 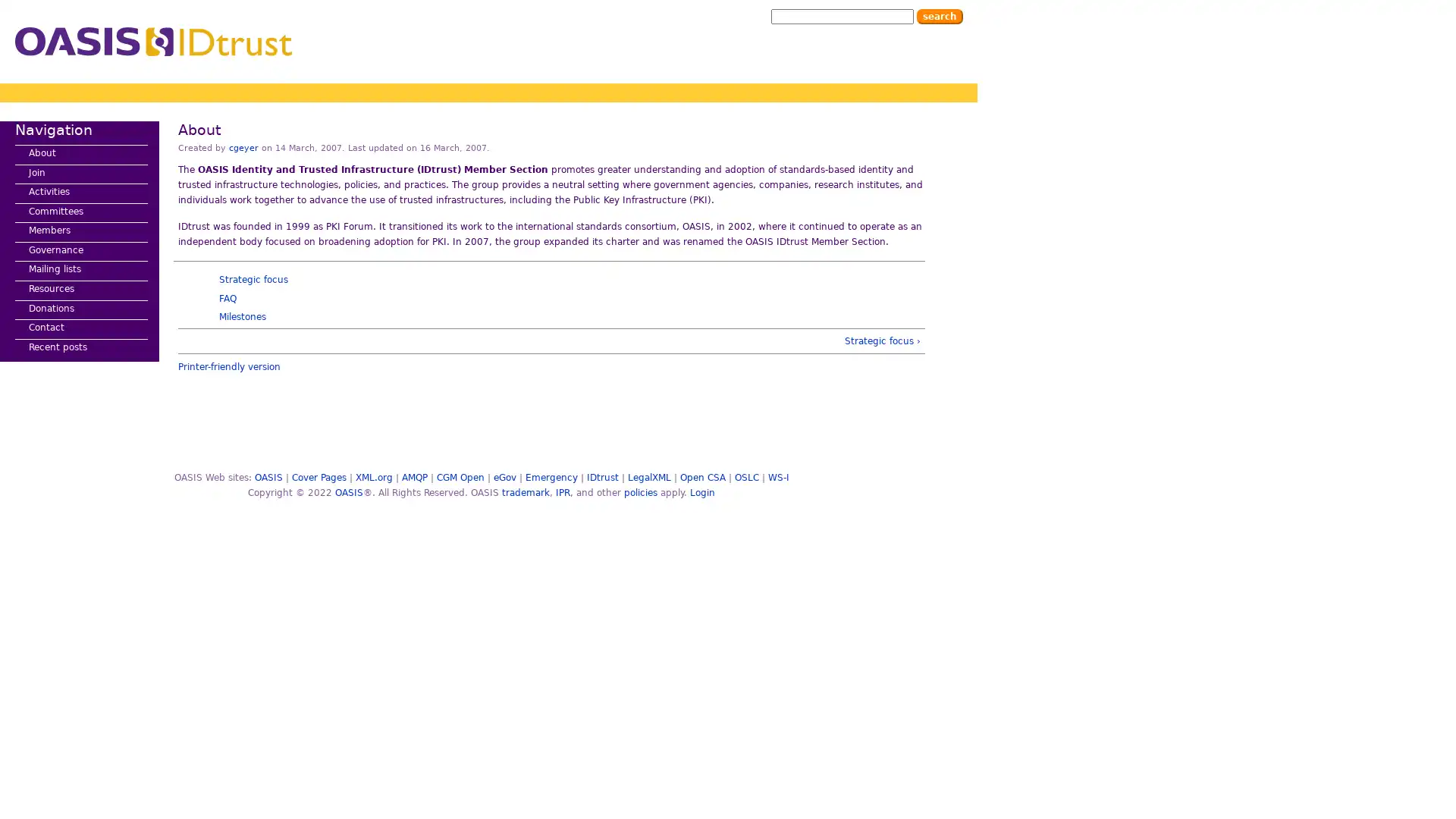 I want to click on Search, so click(x=939, y=17).